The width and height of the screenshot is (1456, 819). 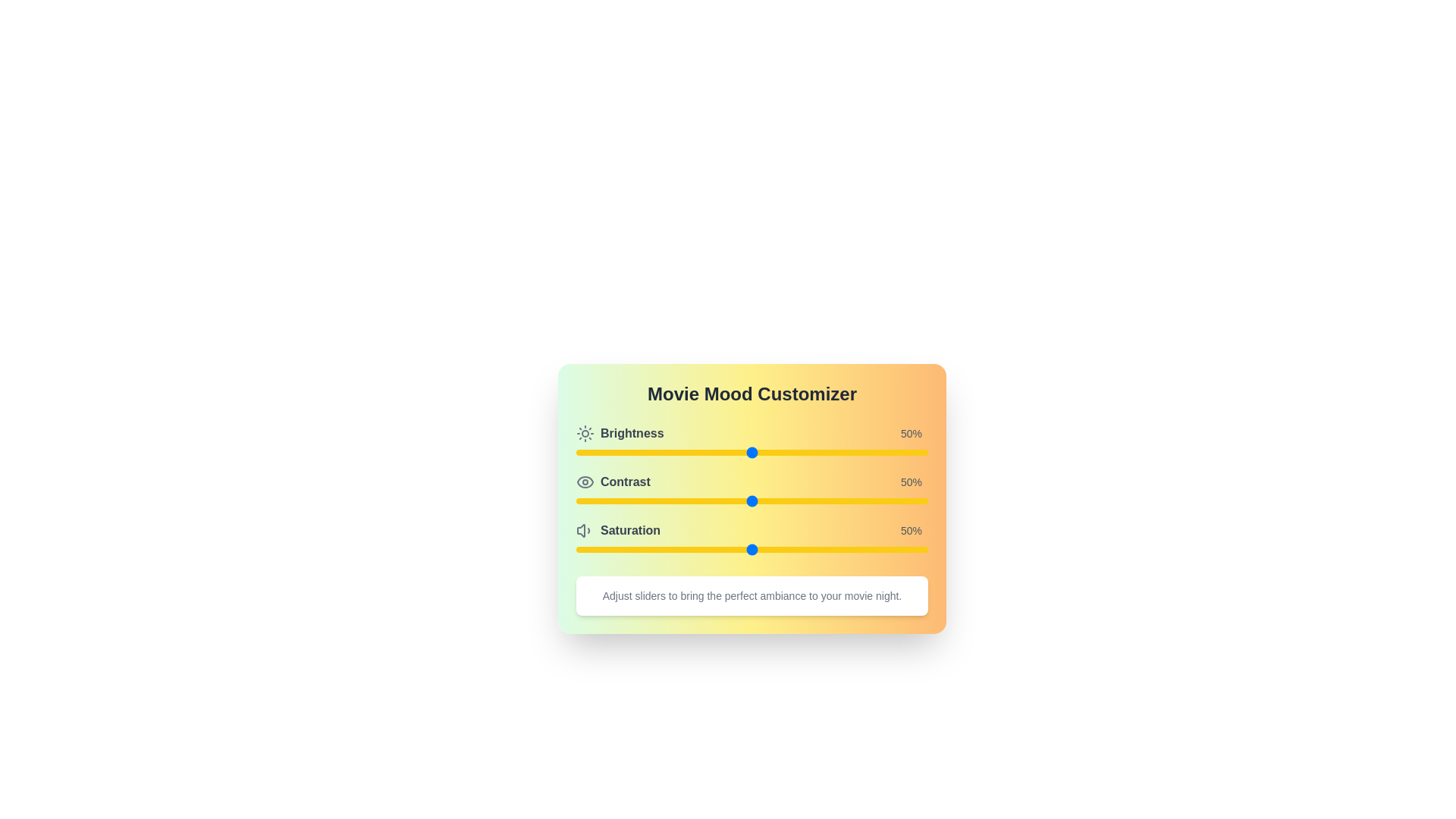 What do you see at coordinates (643, 452) in the screenshot?
I see `brightness` at bounding box center [643, 452].